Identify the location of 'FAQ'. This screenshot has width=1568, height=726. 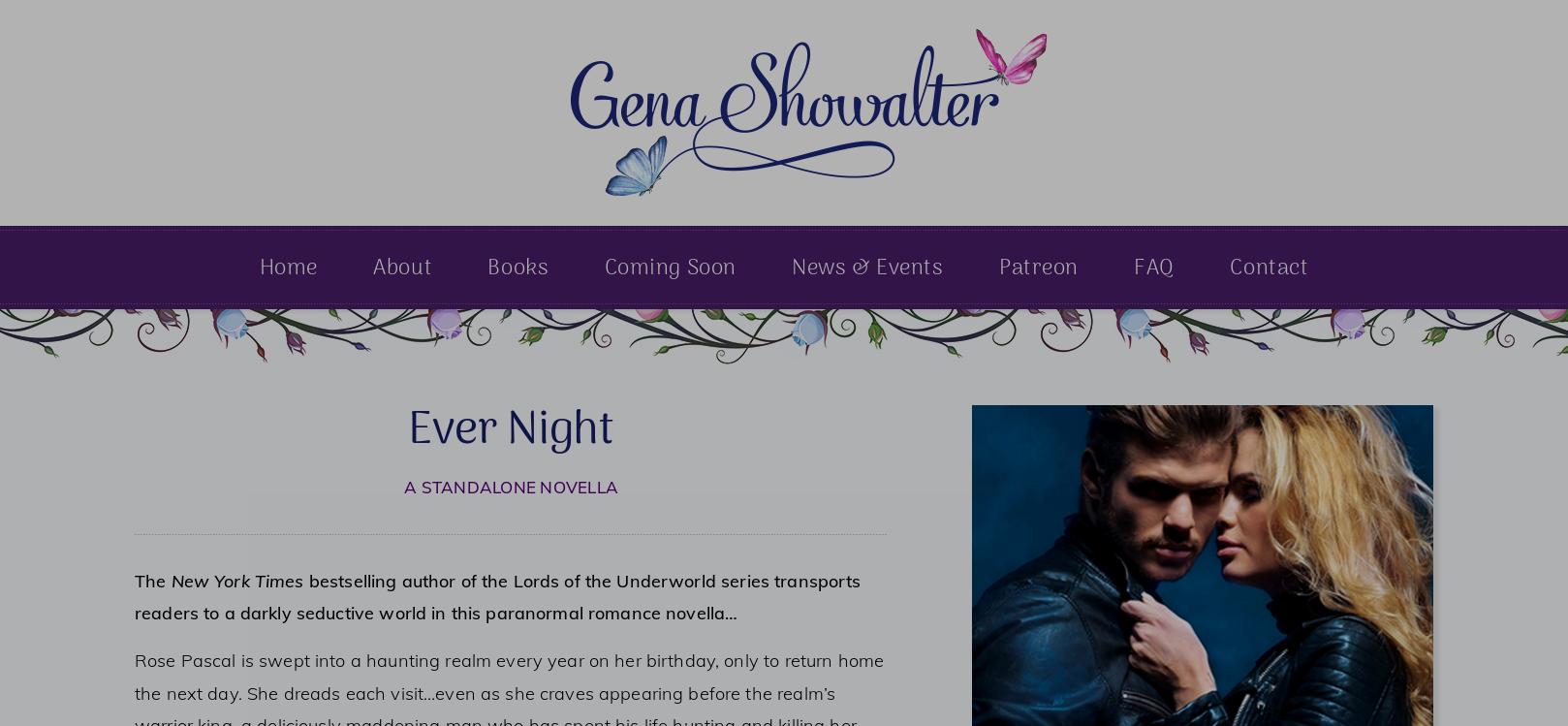
(1154, 268).